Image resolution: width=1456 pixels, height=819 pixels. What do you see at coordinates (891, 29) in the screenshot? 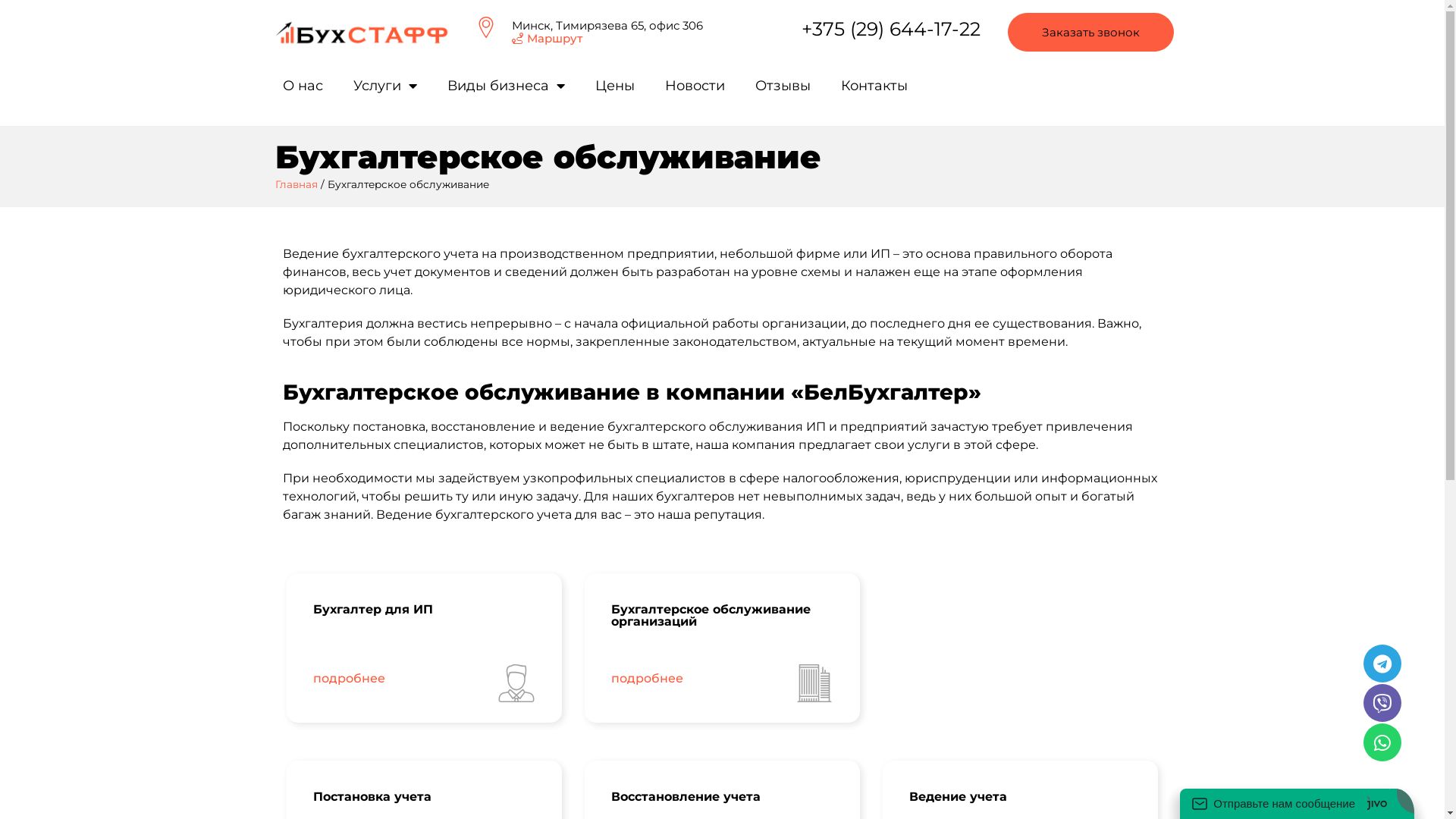
I see `'+375 (29) 644-17-22'` at bounding box center [891, 29].